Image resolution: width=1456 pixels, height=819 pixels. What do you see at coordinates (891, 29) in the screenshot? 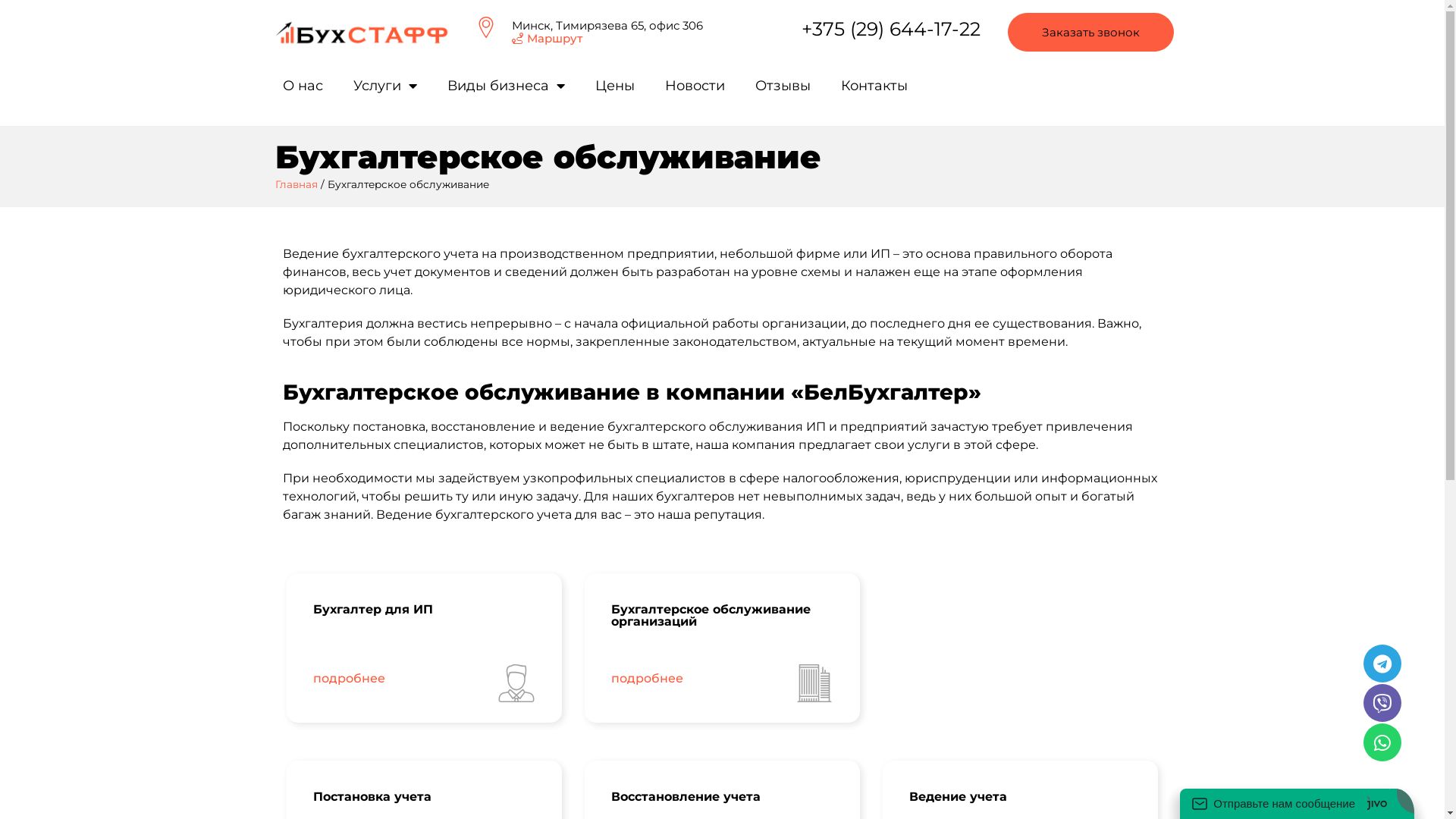
I see `'+375 (29) 644-17-22'` at bounding box center [891, 29].